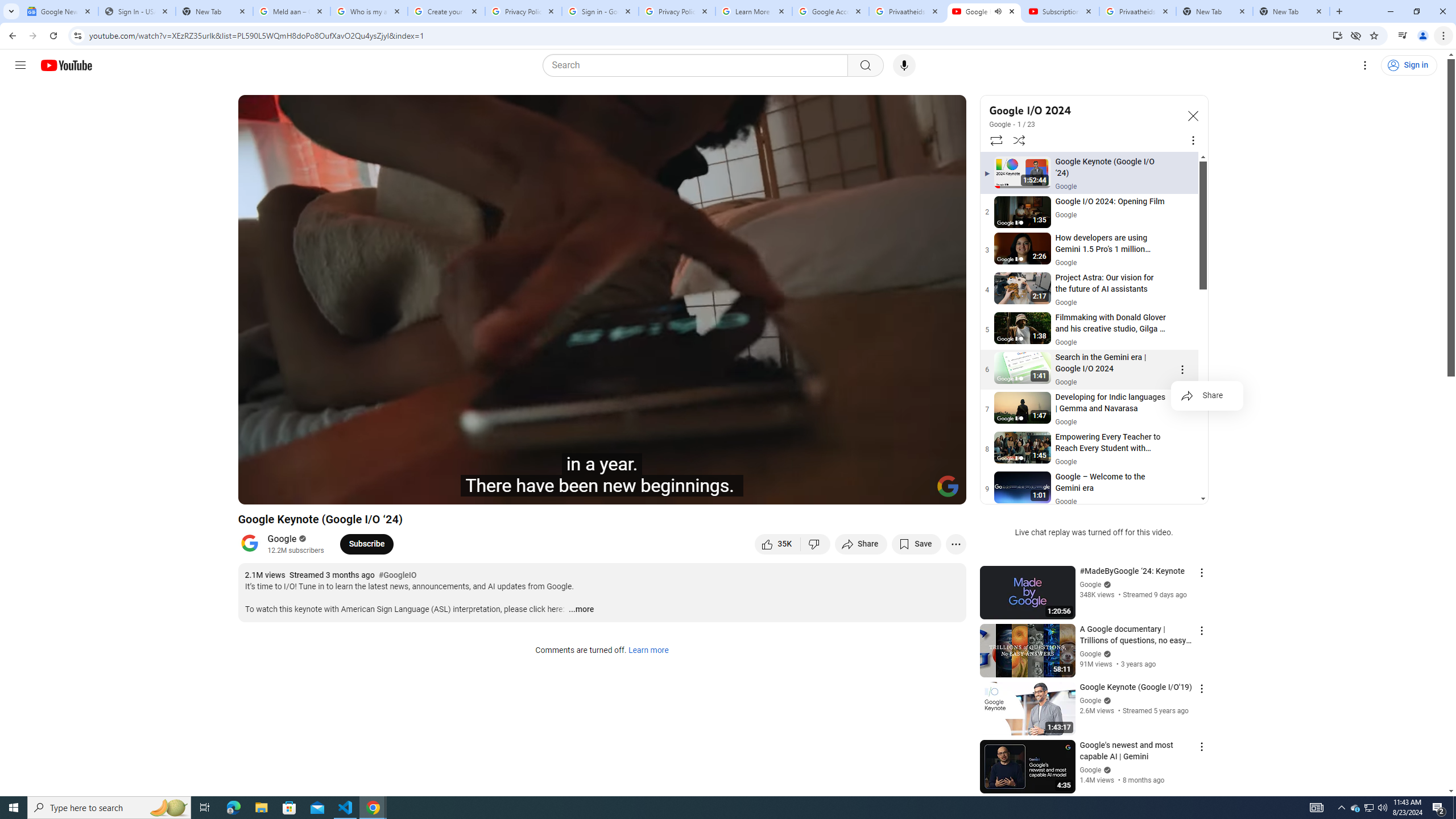 This screenshot has height=819, width=1456. I want to click on 'Subtitles/closed captions unavailable', so click(835, 490).